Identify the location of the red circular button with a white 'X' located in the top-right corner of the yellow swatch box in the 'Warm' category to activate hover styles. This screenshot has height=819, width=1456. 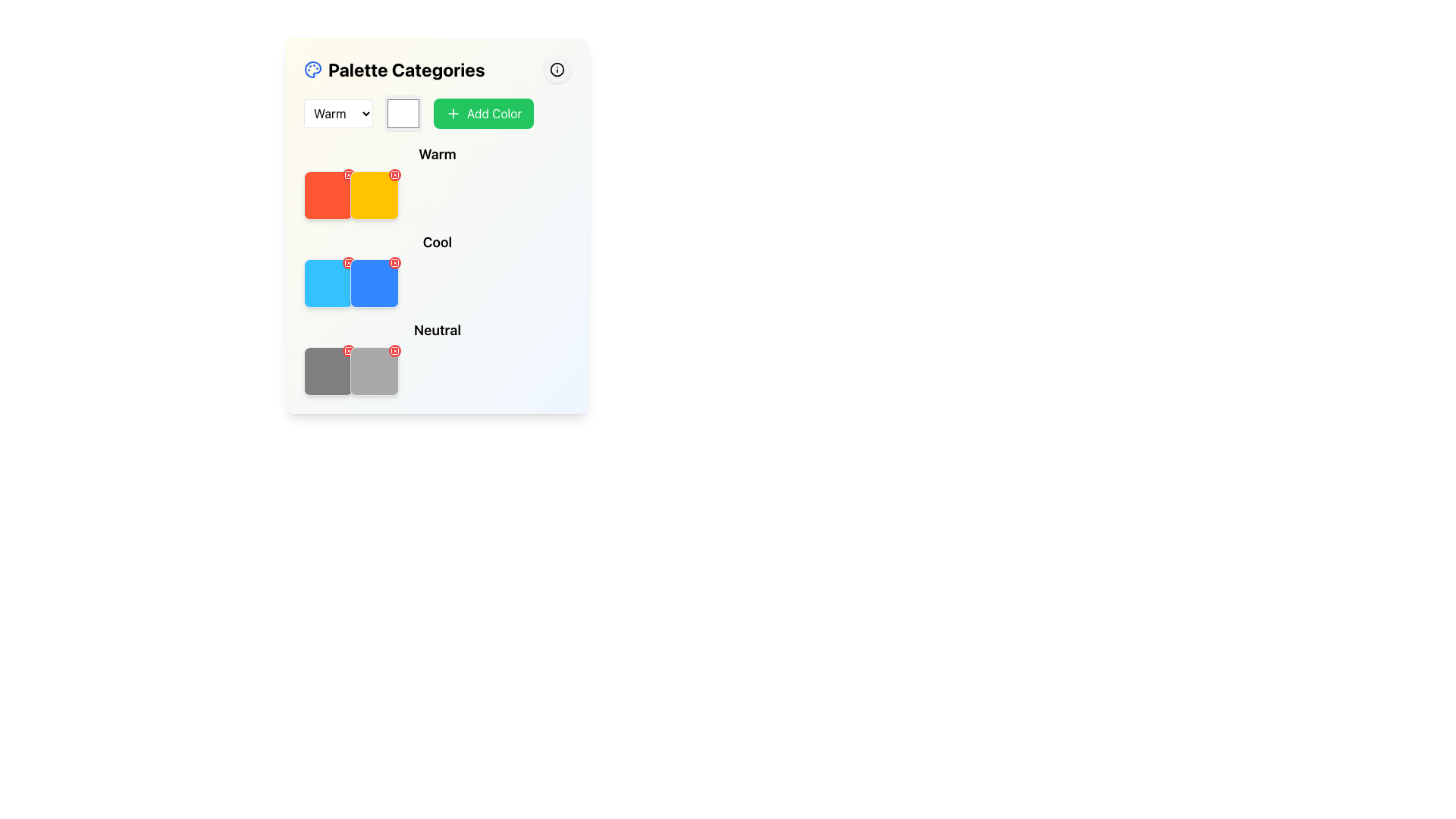
(395, 174).